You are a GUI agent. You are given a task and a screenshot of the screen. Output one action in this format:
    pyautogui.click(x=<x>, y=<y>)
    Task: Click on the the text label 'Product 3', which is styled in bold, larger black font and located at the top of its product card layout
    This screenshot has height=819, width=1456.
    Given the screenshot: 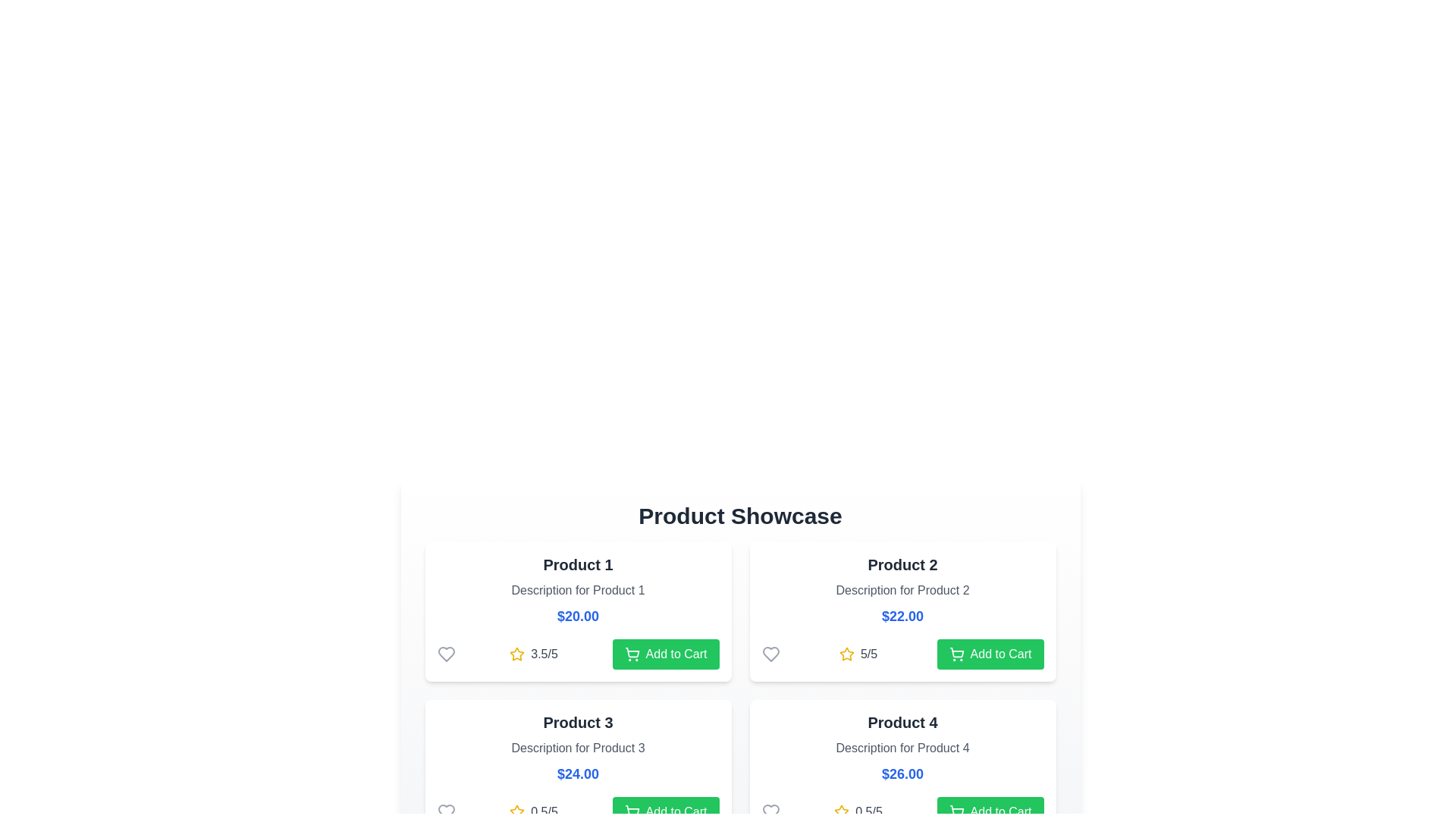 What is the action you would take?
    pyautogui.click(x=577, y=721)
    